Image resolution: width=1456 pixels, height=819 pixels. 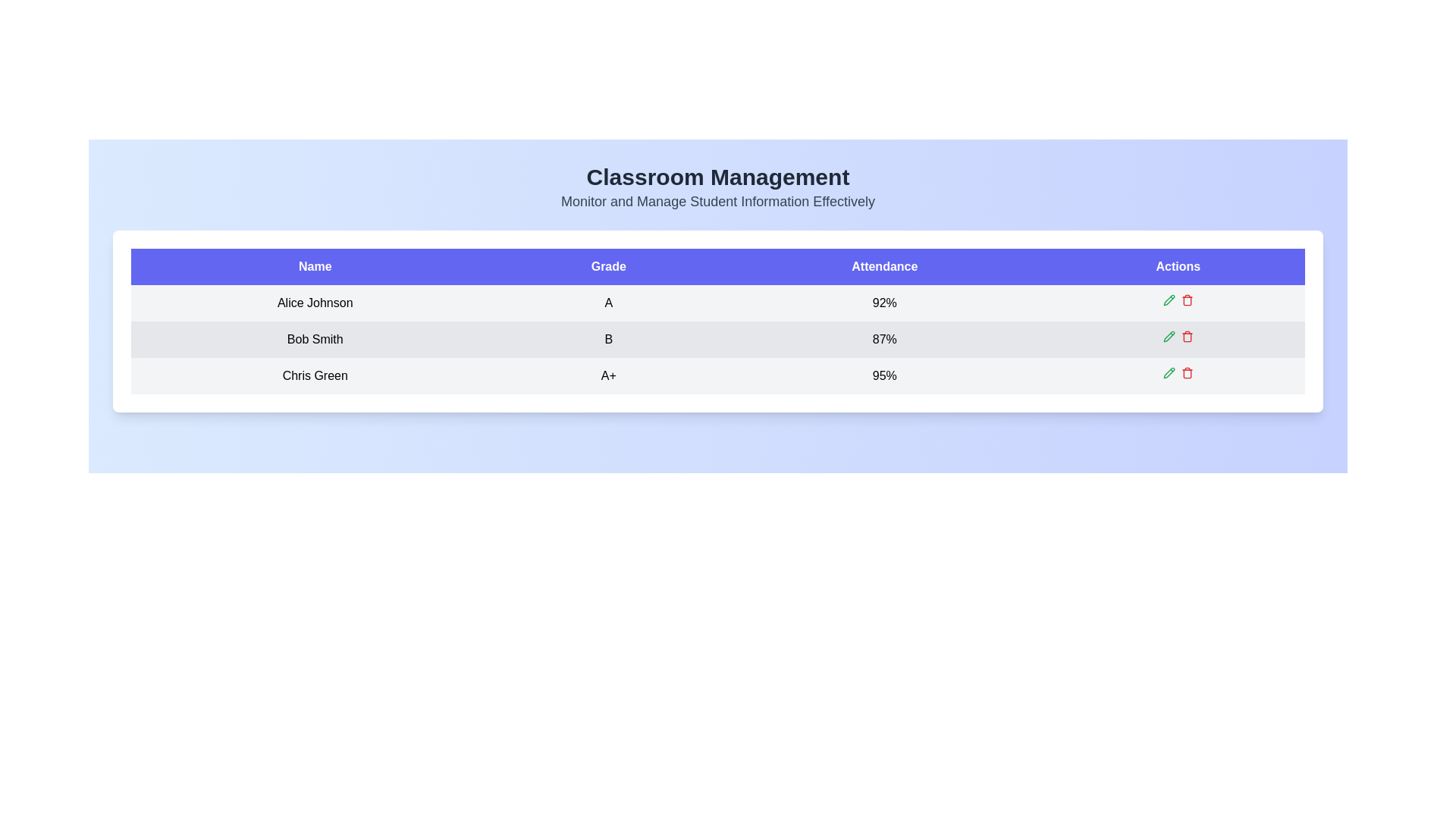 What do you see at coordinates (1186, 373) in the screenshot?
I see `the red trash bin icon in the 'Actions' column of the third row` at bounding box center [1186, 373].